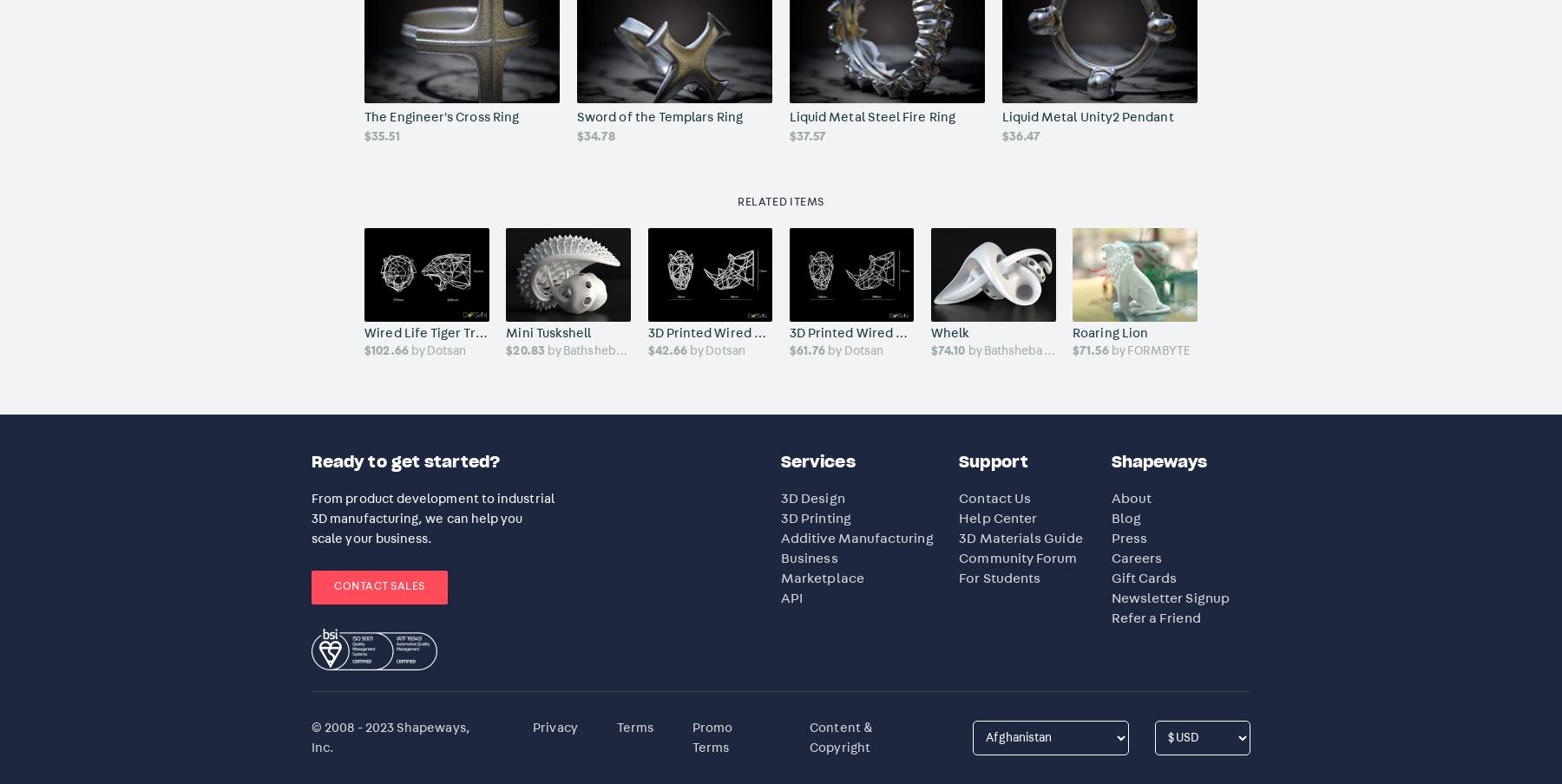 The image size is (1562, 784). Describe the element at coordinates (311, 737) in the screenshot. I see `'© 2008 - 2023 Shapeways, Inc.'` at that location.